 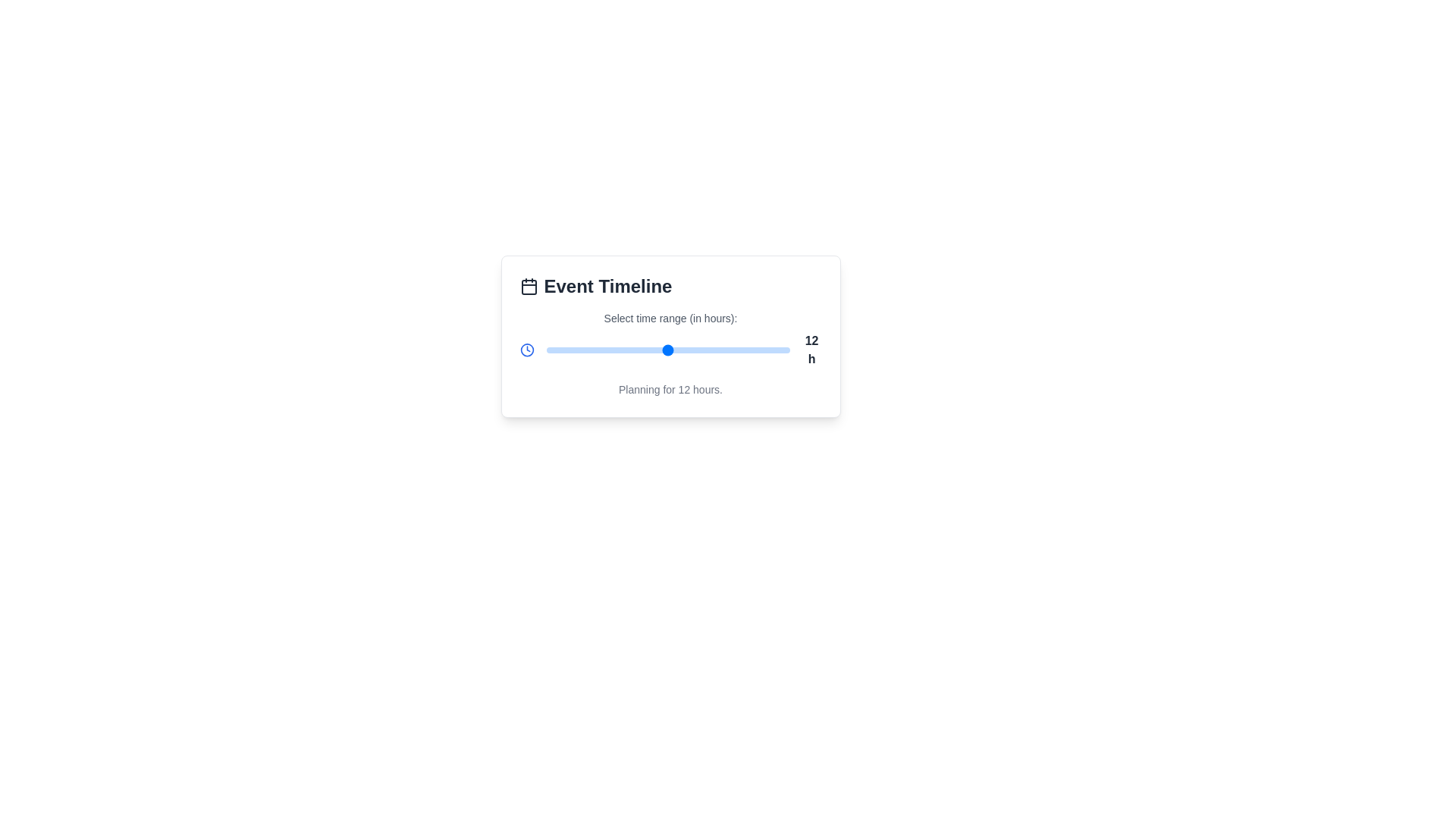 What do you see at coordinates (811, 350) in the screenshot?
I see `the bold, dark gray text label reading '12 h', which is positioned to the far-right of the horizontal range input bar in the 'Select time range' feature` at bounding box center [811, 350].